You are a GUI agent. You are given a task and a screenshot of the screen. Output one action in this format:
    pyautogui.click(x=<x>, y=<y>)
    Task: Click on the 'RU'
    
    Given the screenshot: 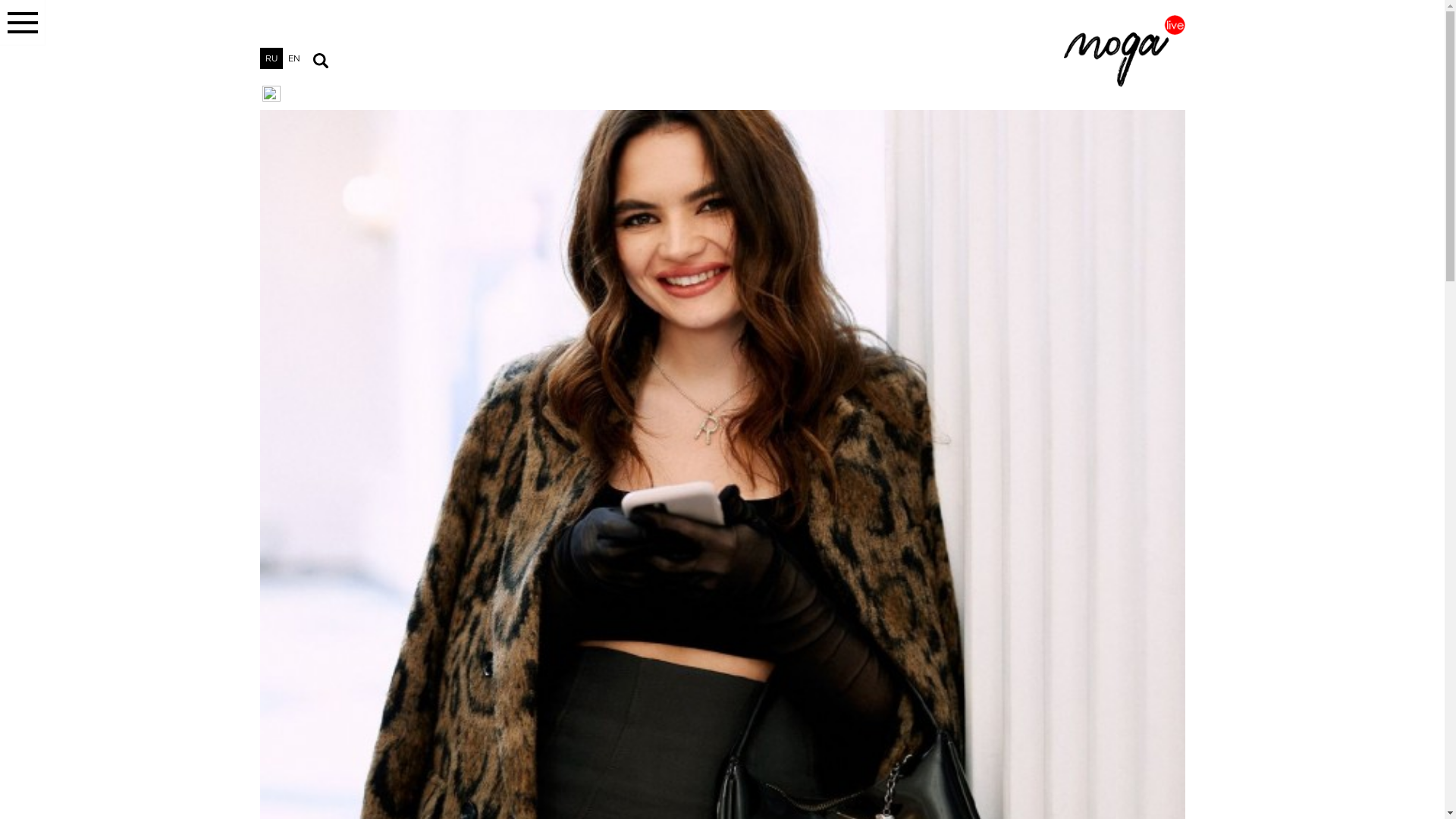 What is the action you would take?
    pyautogui.click(x=270, y=57)
    